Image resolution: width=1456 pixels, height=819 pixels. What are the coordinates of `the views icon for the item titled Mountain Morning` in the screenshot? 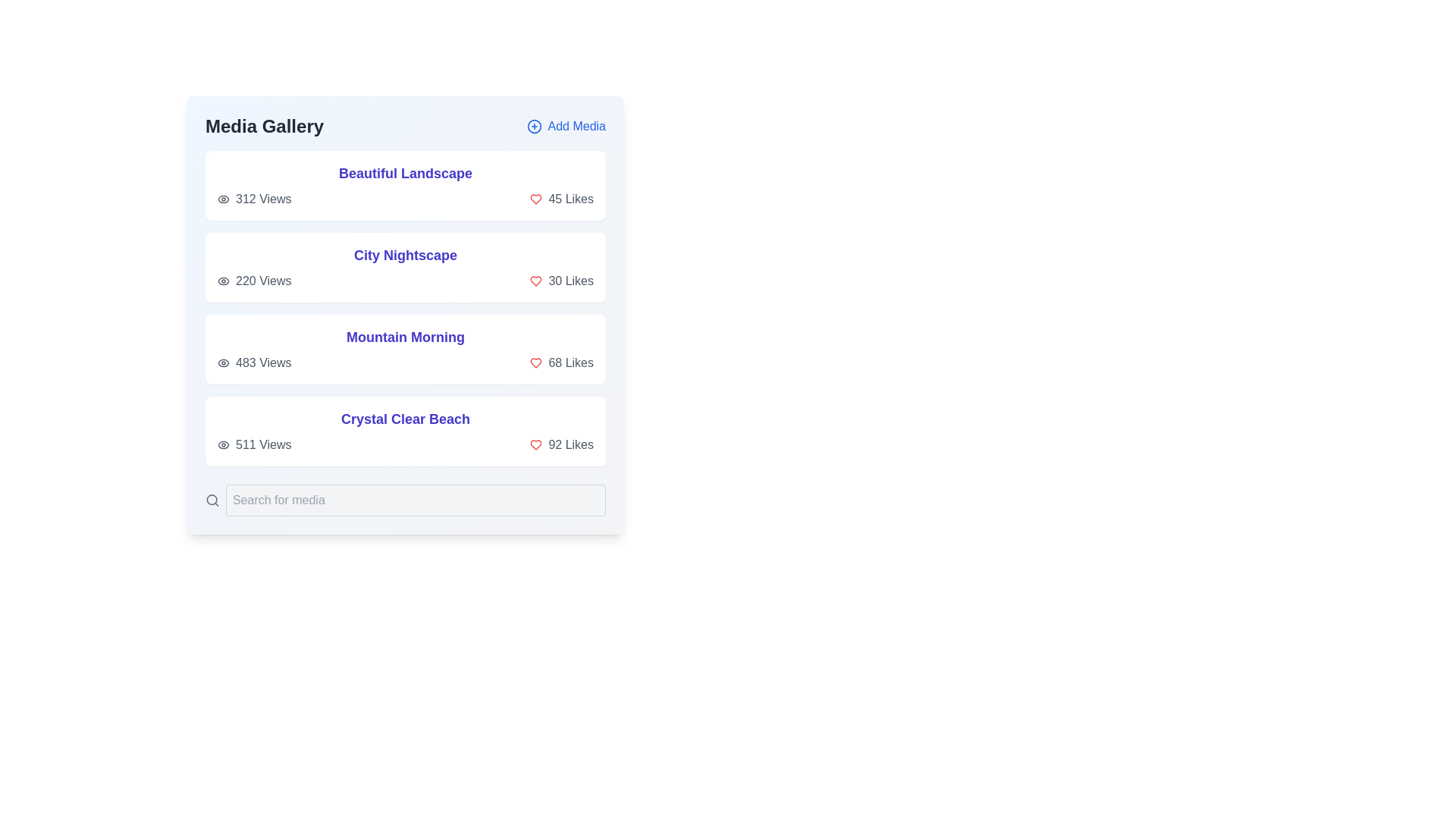 It's located at (222, 362).